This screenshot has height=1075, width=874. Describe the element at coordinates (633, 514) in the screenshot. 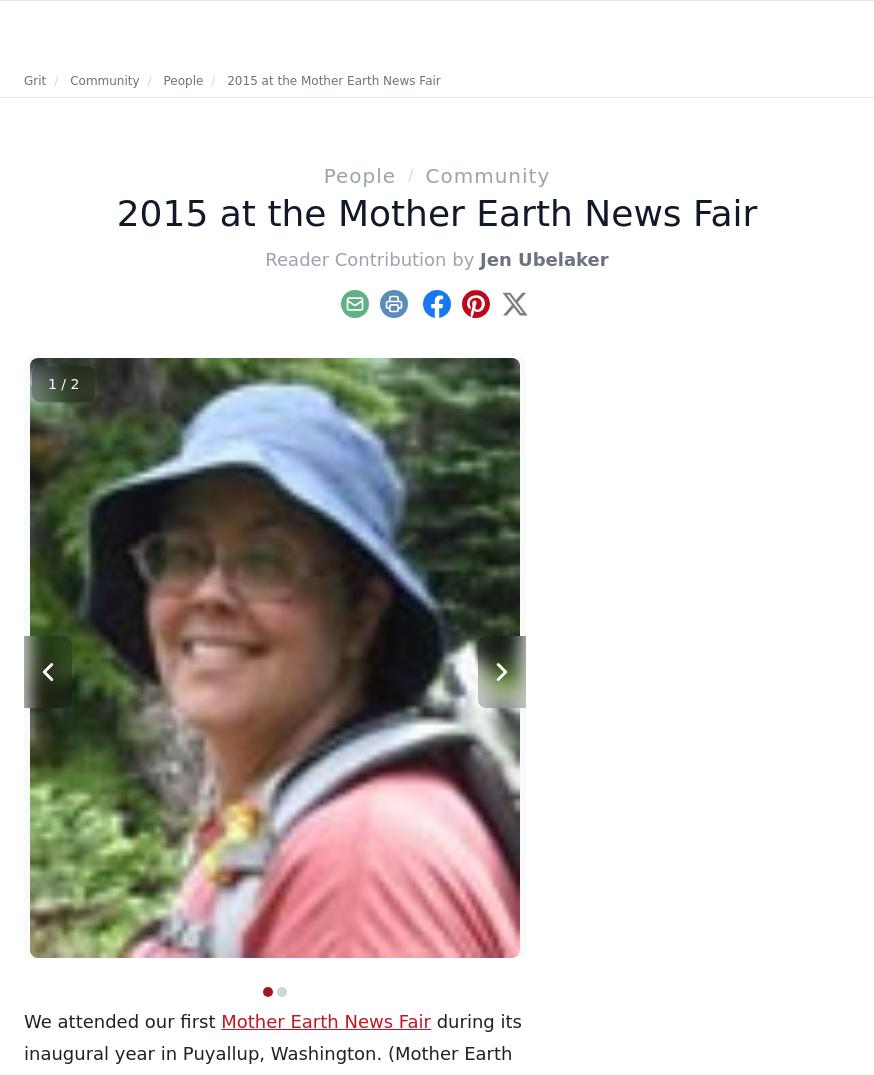

I see `'Easy Plants for Kids to Grow'` at that location.